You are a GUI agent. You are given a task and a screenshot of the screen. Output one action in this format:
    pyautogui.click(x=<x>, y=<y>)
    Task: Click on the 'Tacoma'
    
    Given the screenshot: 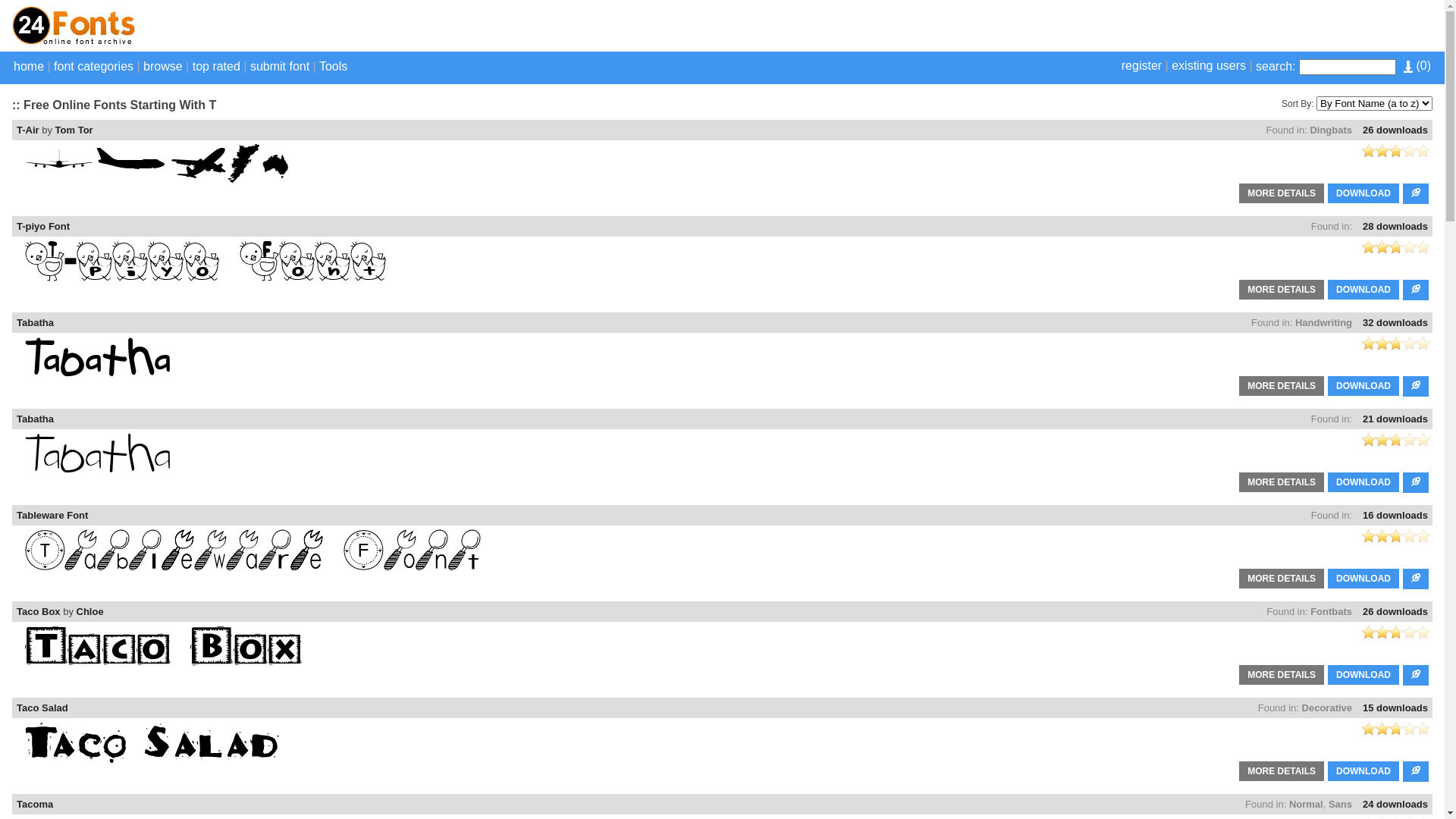 What is the action you would take?
    pyautogui.click(x=35, y=803)
    